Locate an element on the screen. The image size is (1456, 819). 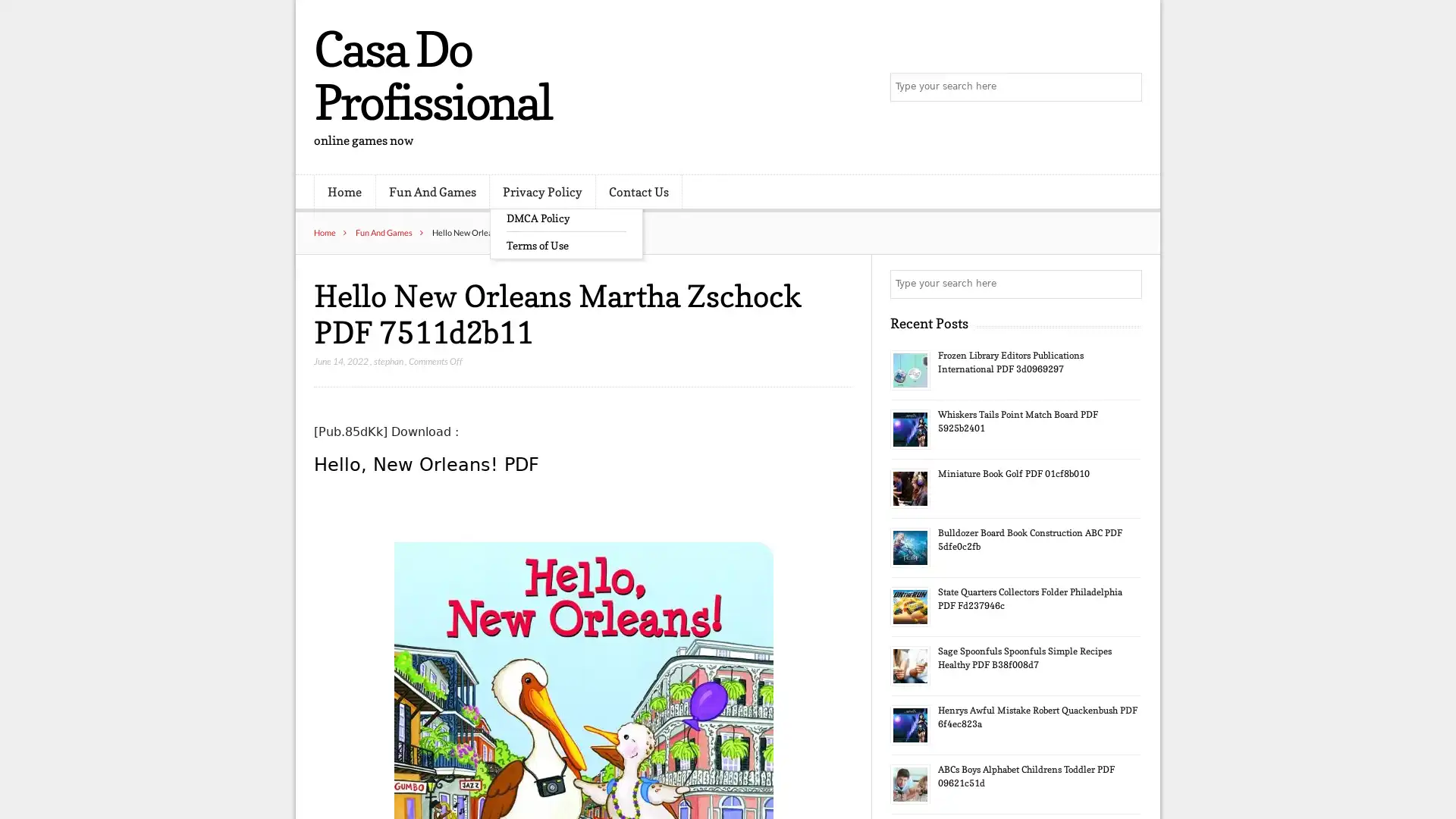
Search is located at coordinates (1126, 284).